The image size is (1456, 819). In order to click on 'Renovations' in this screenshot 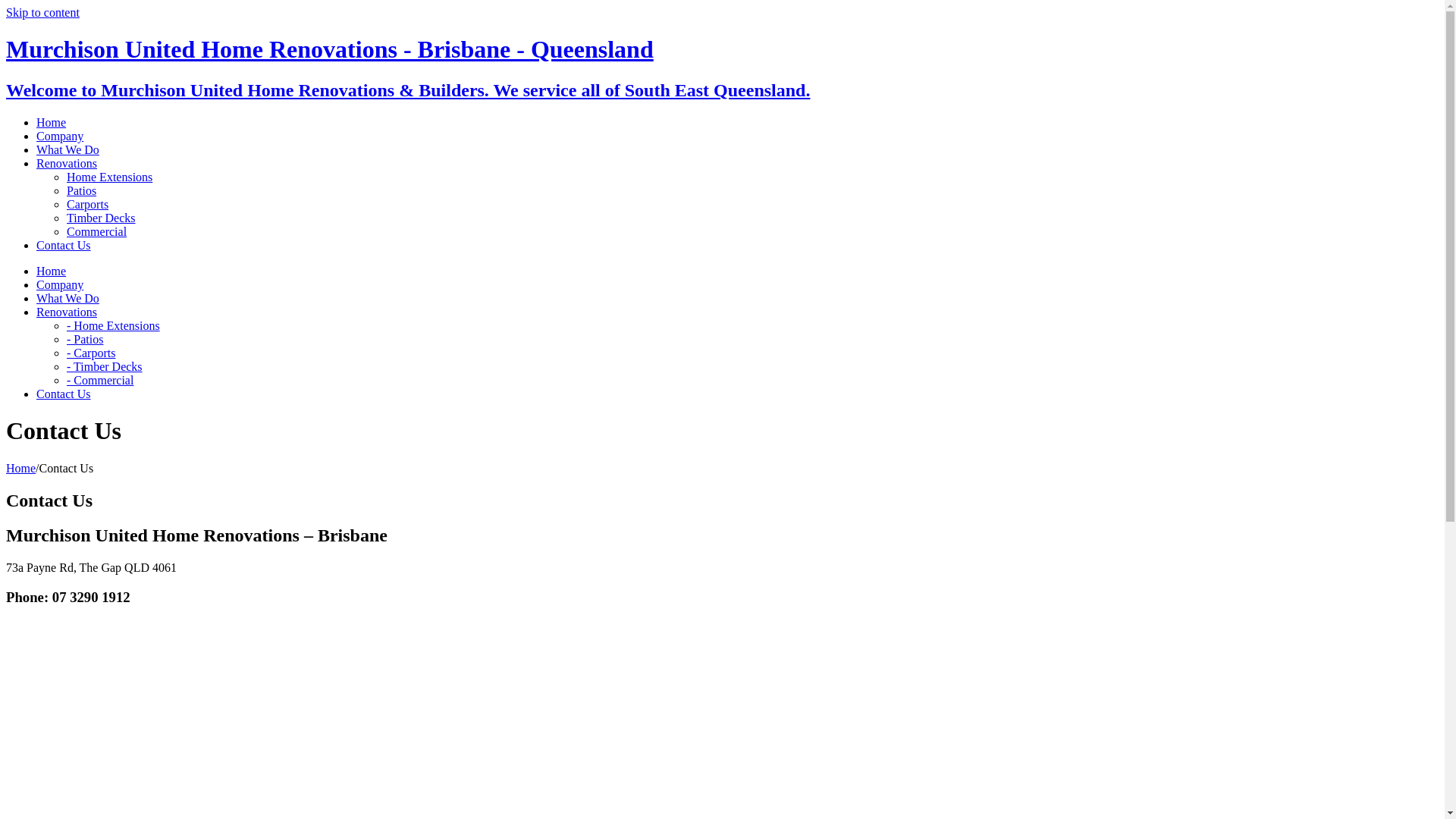, I will do `click(36, 311)`.